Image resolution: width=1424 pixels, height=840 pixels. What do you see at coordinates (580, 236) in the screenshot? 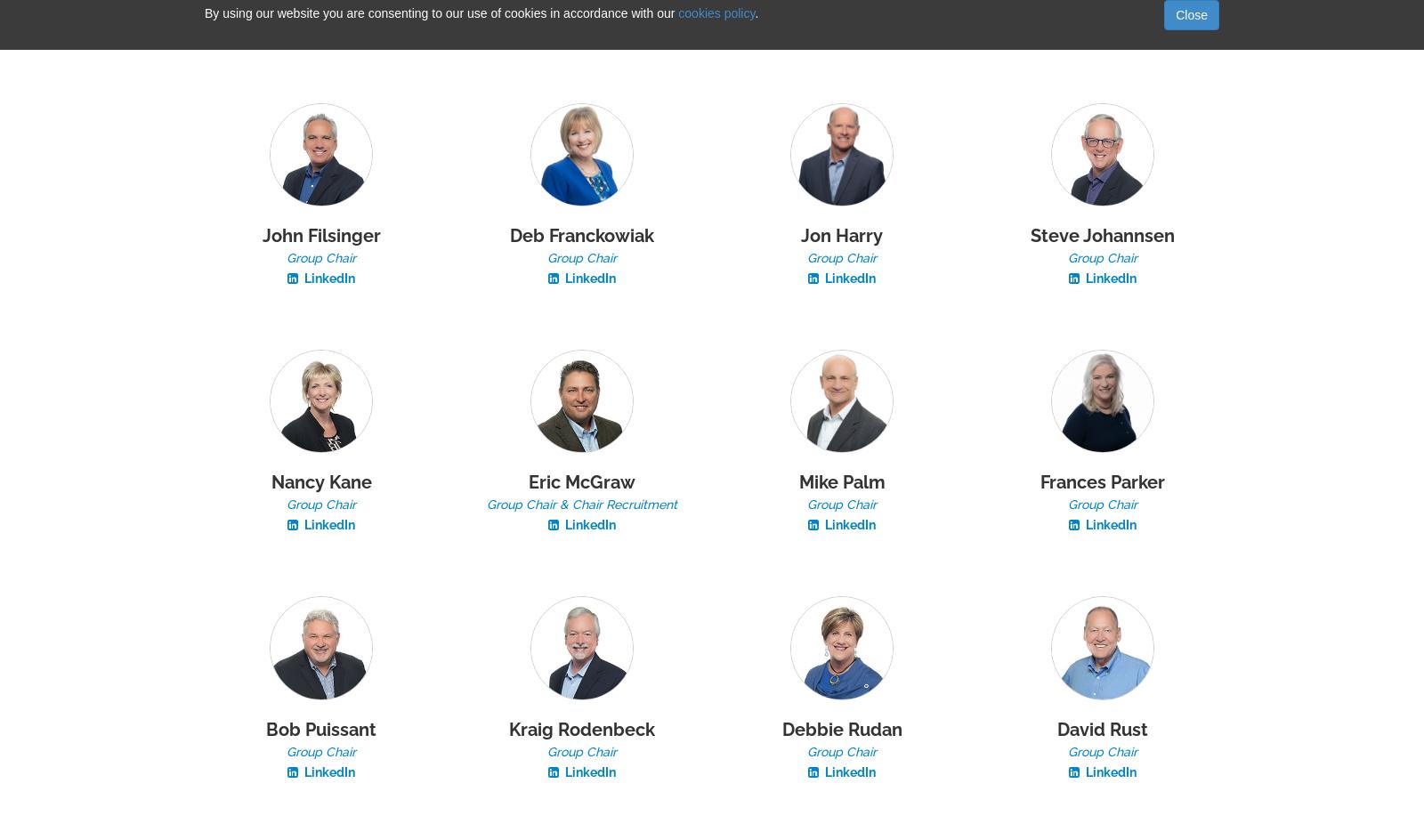
I see `'Deb Franckowiak'` at bounding box center [580, 236].